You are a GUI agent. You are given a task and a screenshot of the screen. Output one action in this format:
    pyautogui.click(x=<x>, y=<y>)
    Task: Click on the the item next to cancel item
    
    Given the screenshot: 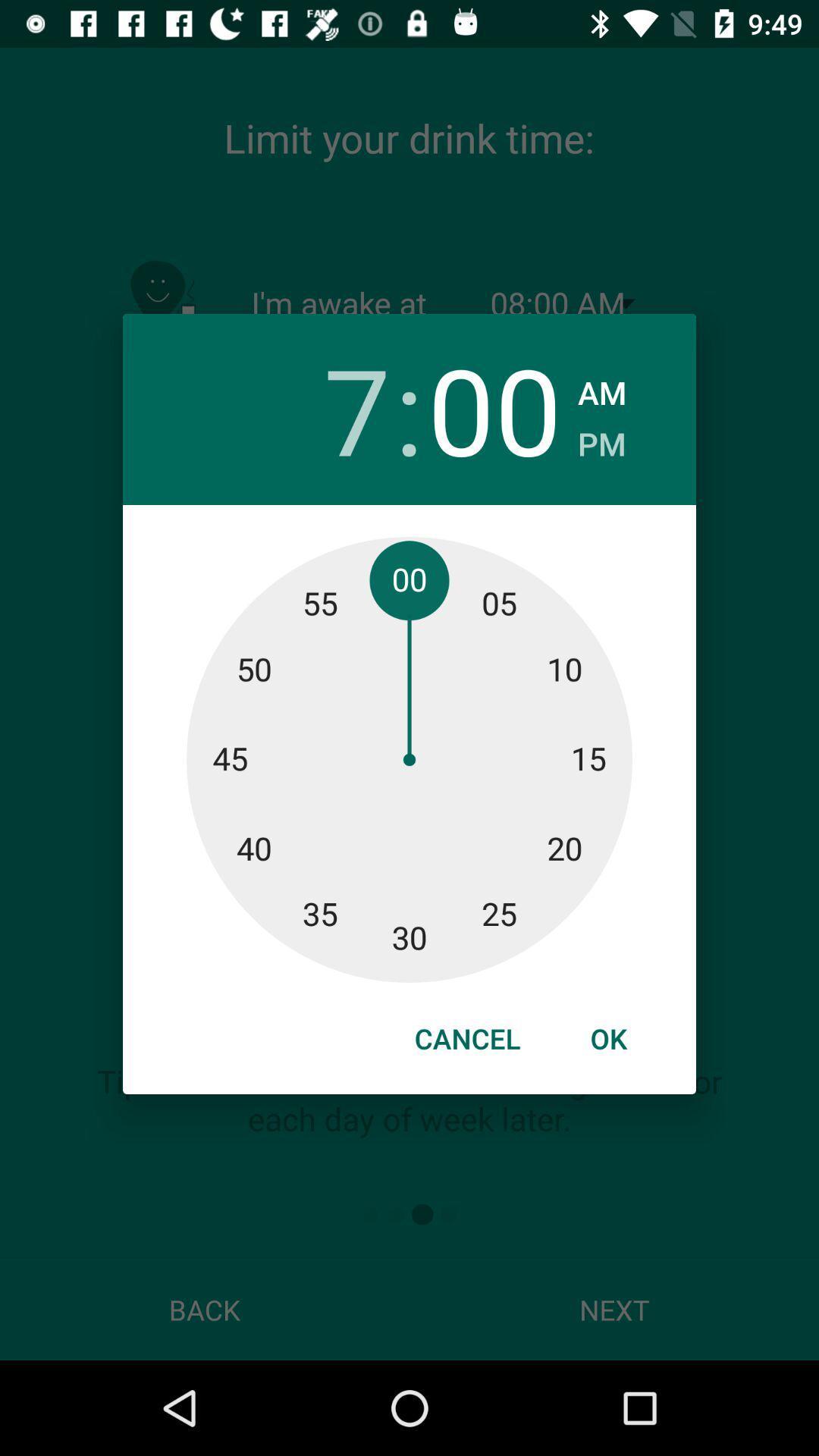 What is the action you would take?
    pyautogui.click(x=607, y=1037)
    